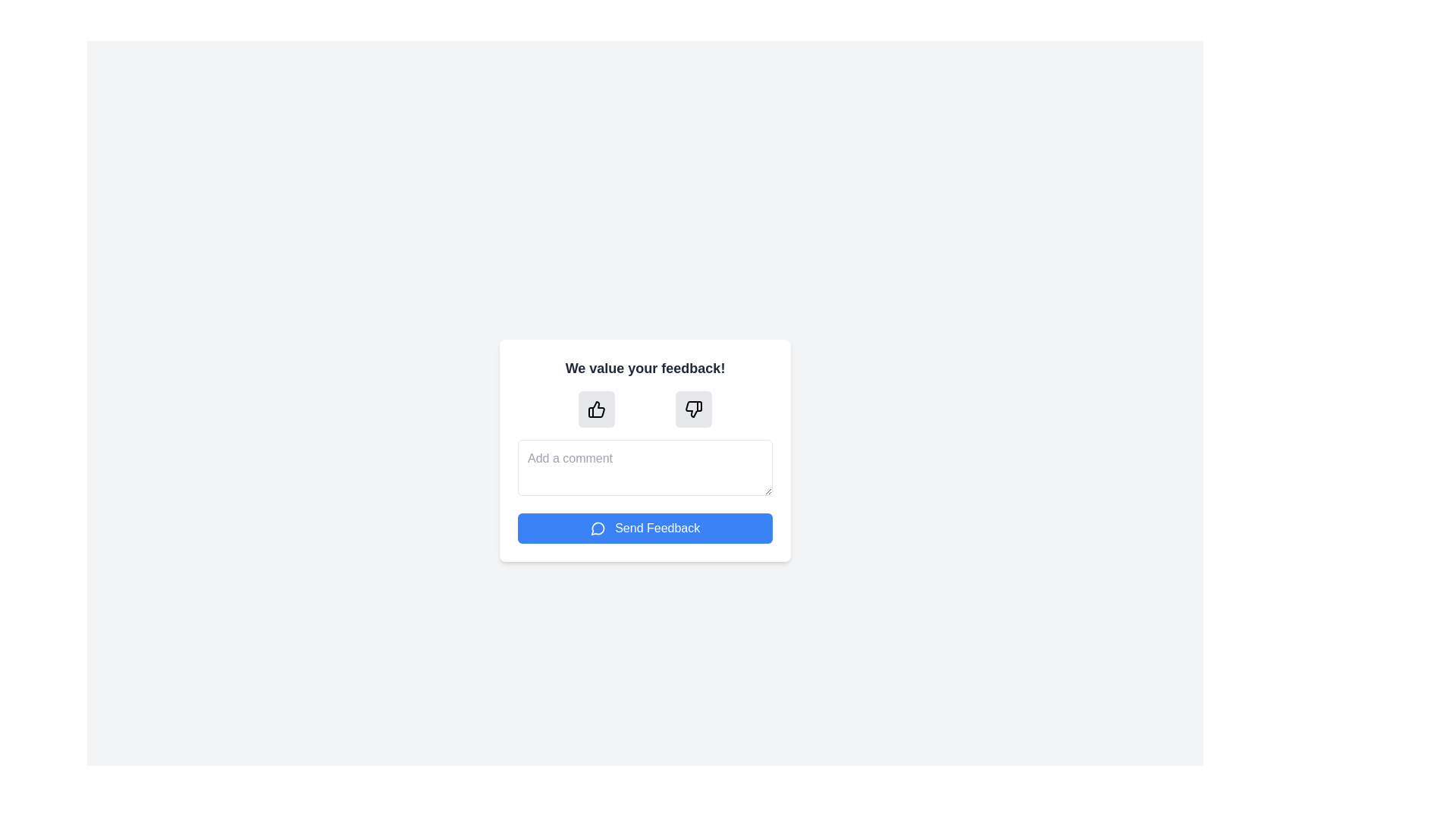 The height and width of the screenshot is (819, 1456). I want to click on the speech or message bubble icon, which is styled as a circular outline with a triangular tail, located in the feedback message panel adjacent to the feedback button, so click(597, 528).